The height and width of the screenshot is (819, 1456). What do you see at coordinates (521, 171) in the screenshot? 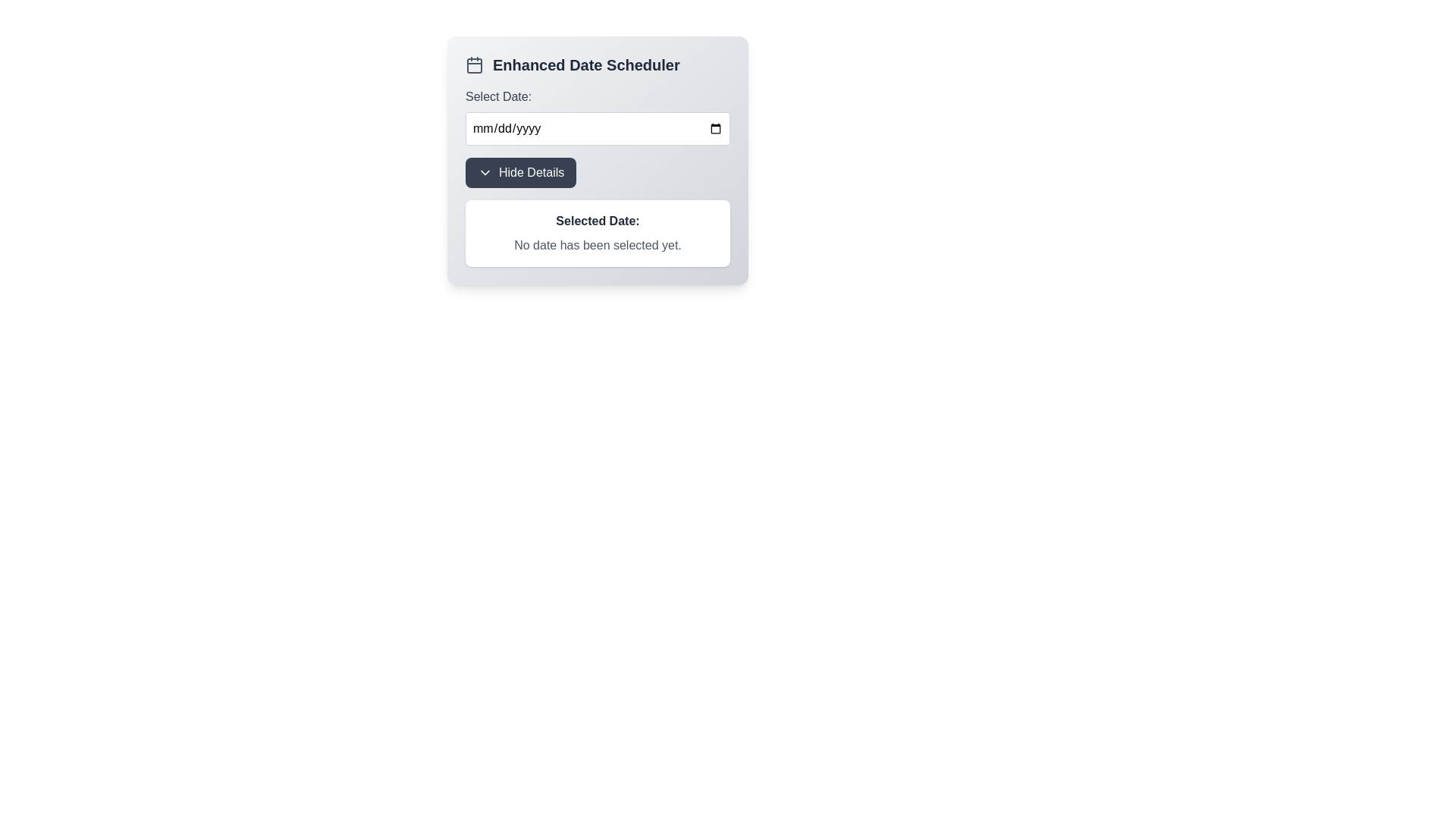
I see `the rectangular button with a dark gray background and white text reading 'Hide Details', located beneath the date input field in the 'Enhanced Date Scheduler' panel` at bounding box center [521, 171].